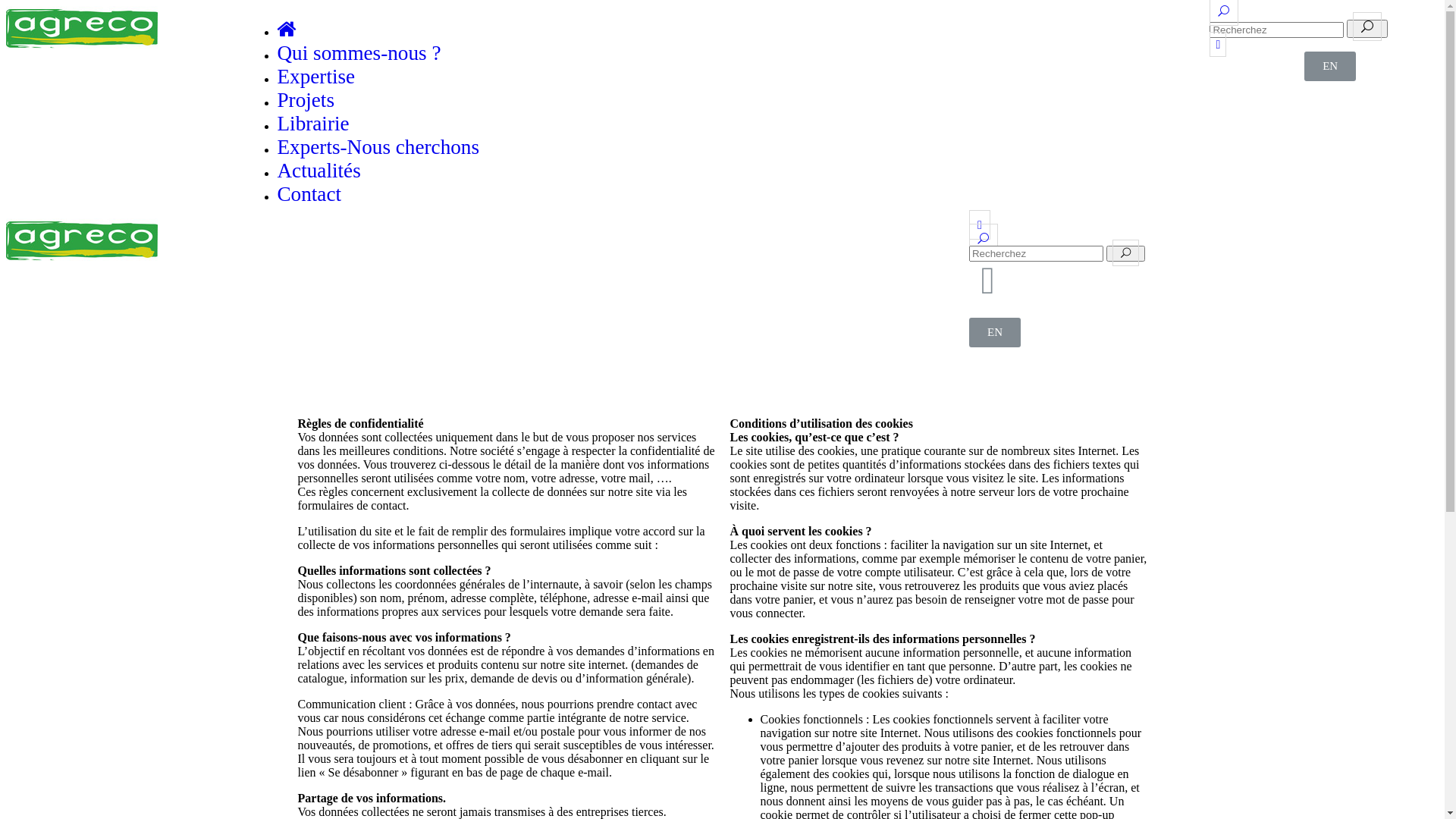  Describe the element at coordinates (276, 193) in the screenshot. I see `'Contact'` at that location.